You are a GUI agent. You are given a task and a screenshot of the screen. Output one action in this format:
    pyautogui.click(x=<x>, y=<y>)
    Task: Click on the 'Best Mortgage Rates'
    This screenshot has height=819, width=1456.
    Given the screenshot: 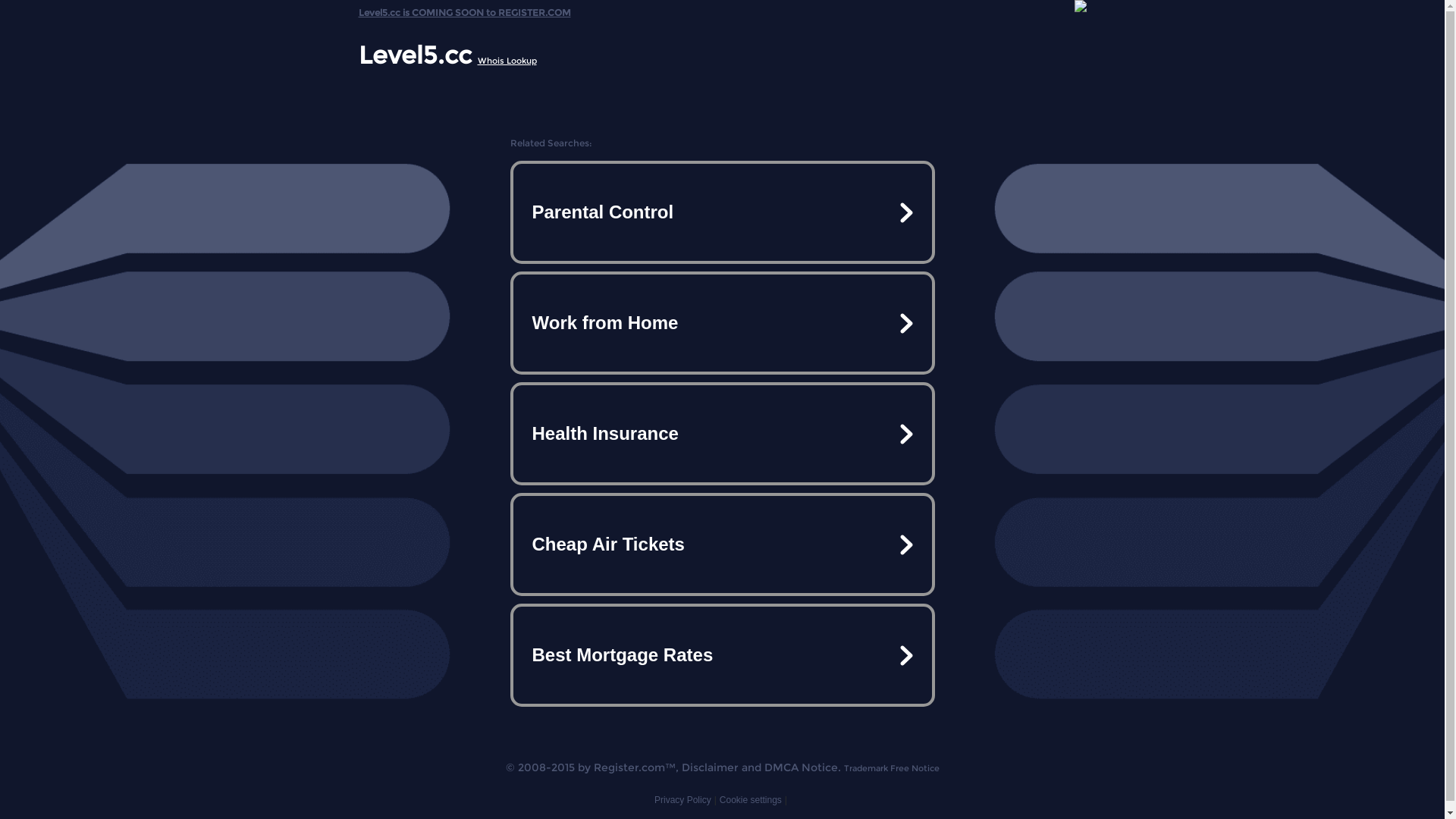 What is the action you would take?
    pyautogui.click(x=720, y=654)
    